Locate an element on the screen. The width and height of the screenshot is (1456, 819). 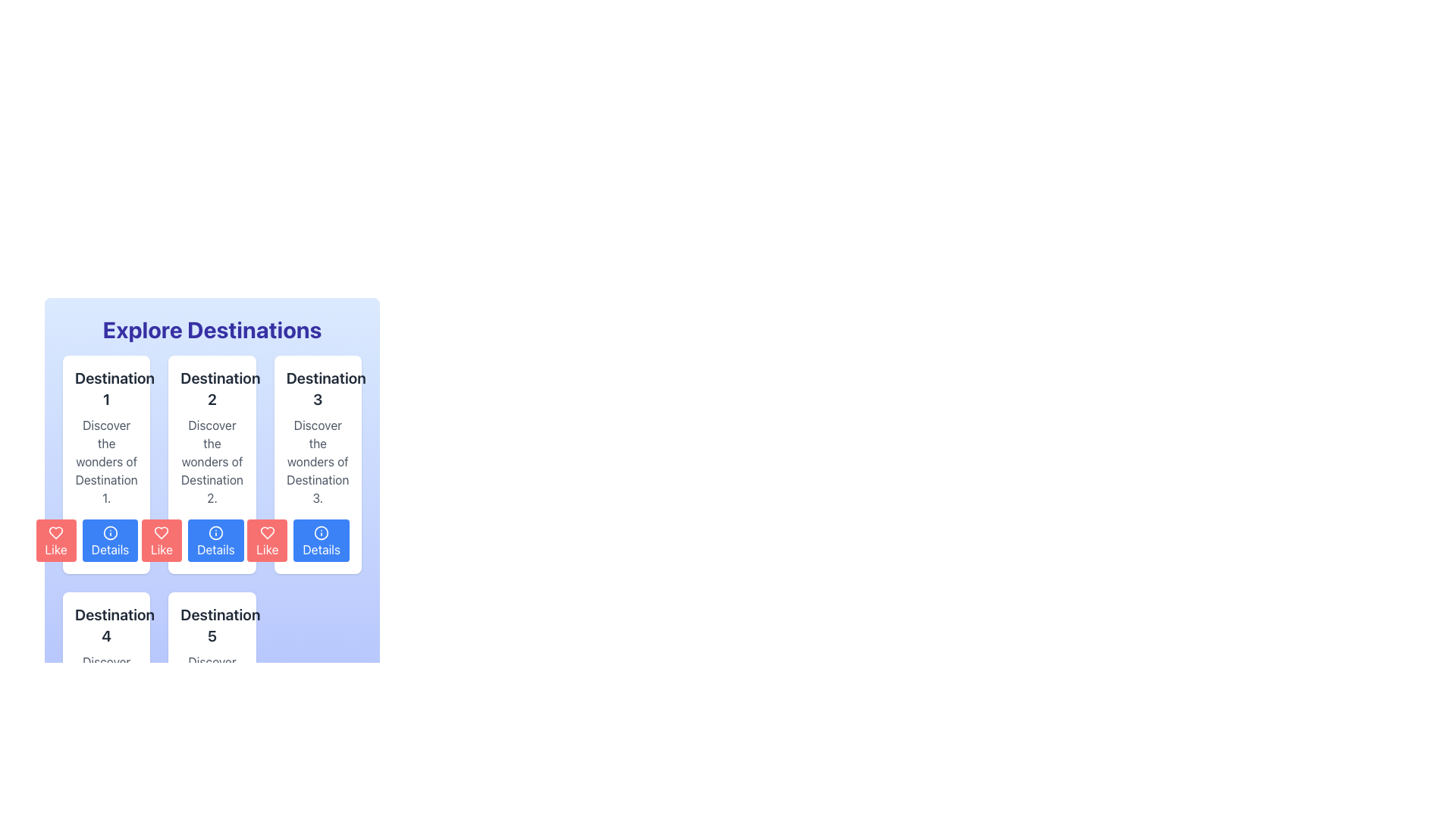
the 'Like' button, which has a red background and white text, located under 'Destination 1' and to the left of the 'Details' button is located at coordinates (56, 540).